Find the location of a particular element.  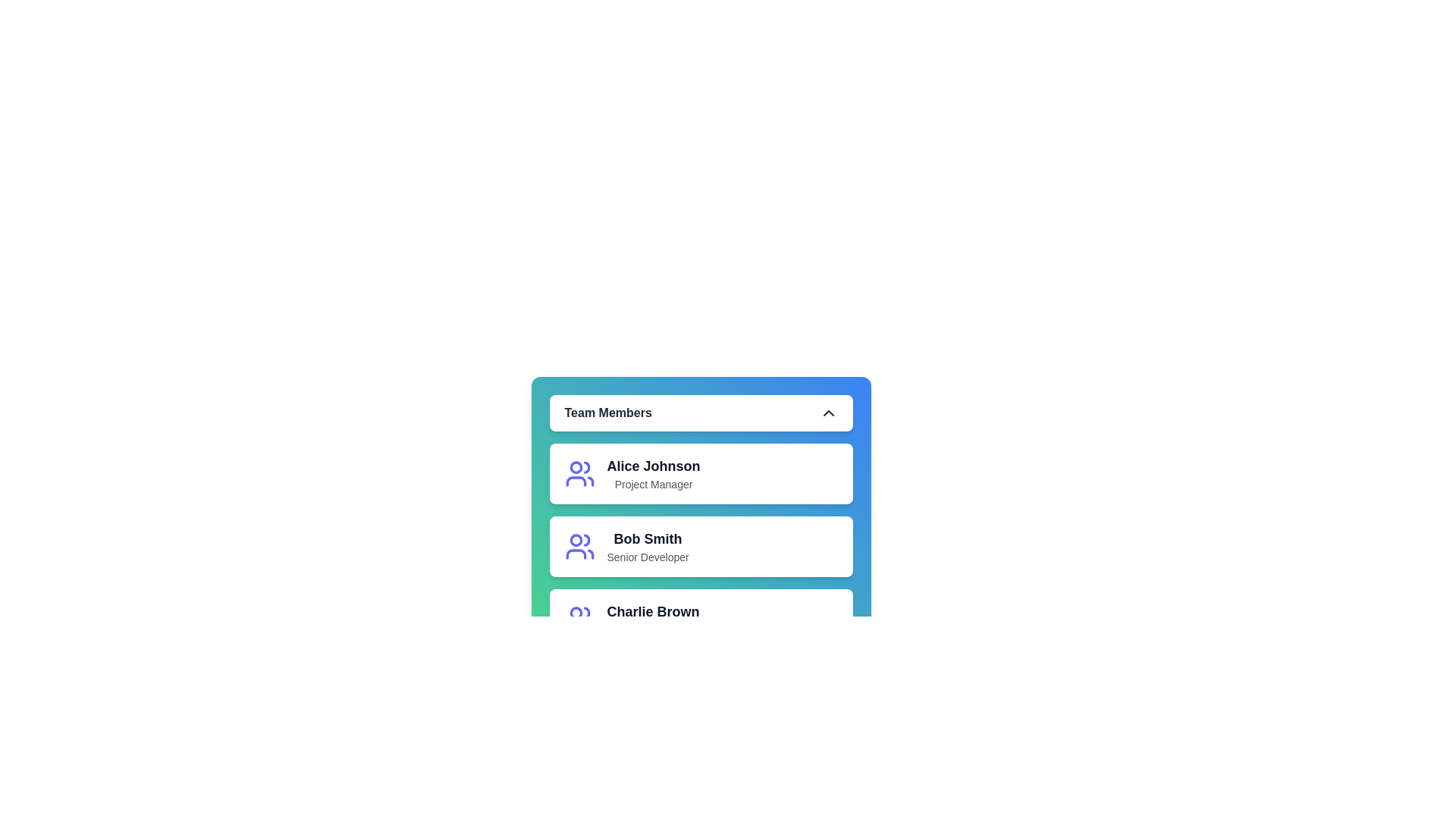

'Team Members' button to toggle the visibility of the team member list is located at coordinates (700, 413).